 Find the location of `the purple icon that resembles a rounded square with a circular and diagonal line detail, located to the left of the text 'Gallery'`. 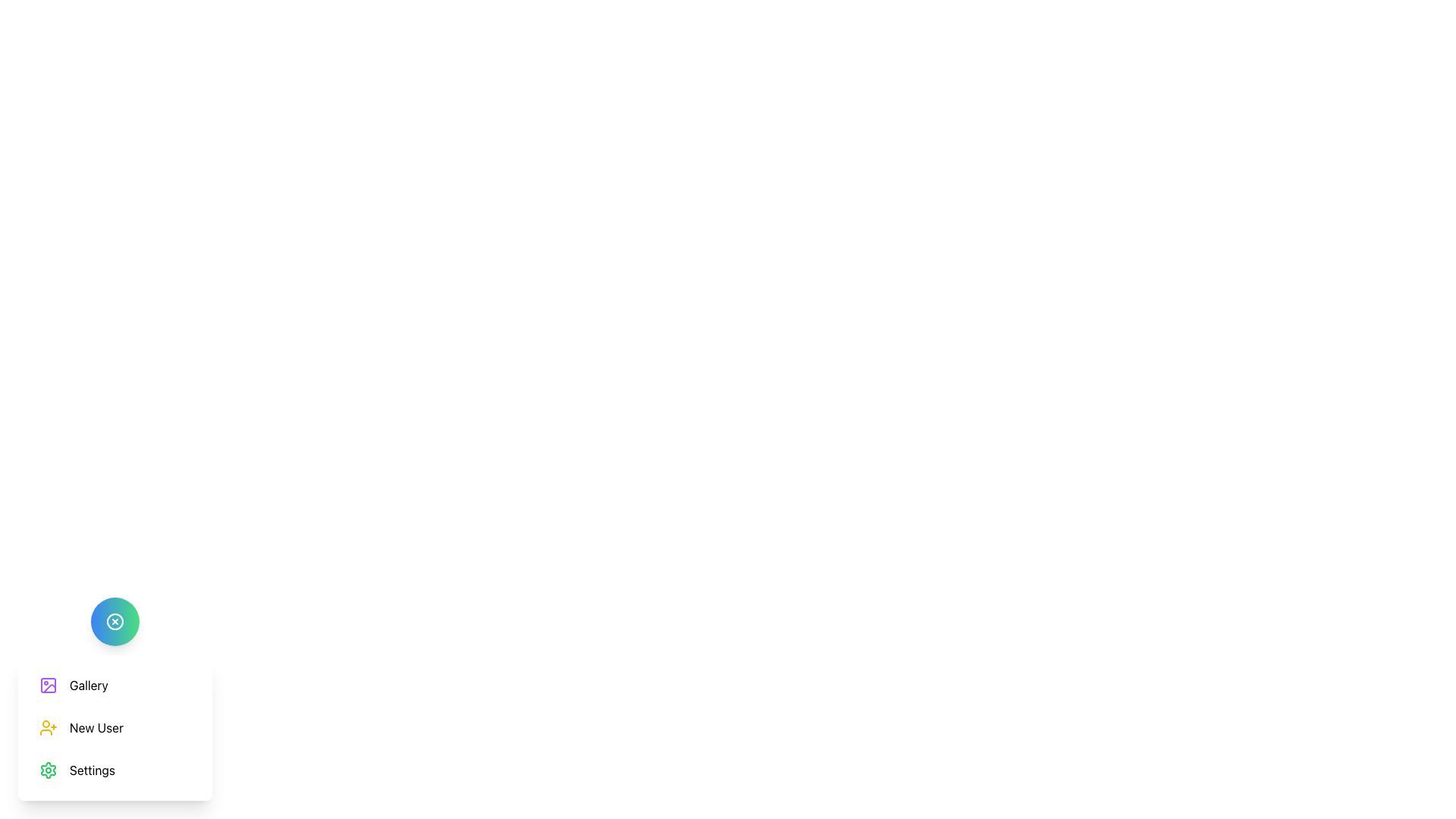

the purple icon that resembles a rounded square with a circular and diagonal line detail, located to the left of the text 'Gallery' is located at coordinates (48, 685).